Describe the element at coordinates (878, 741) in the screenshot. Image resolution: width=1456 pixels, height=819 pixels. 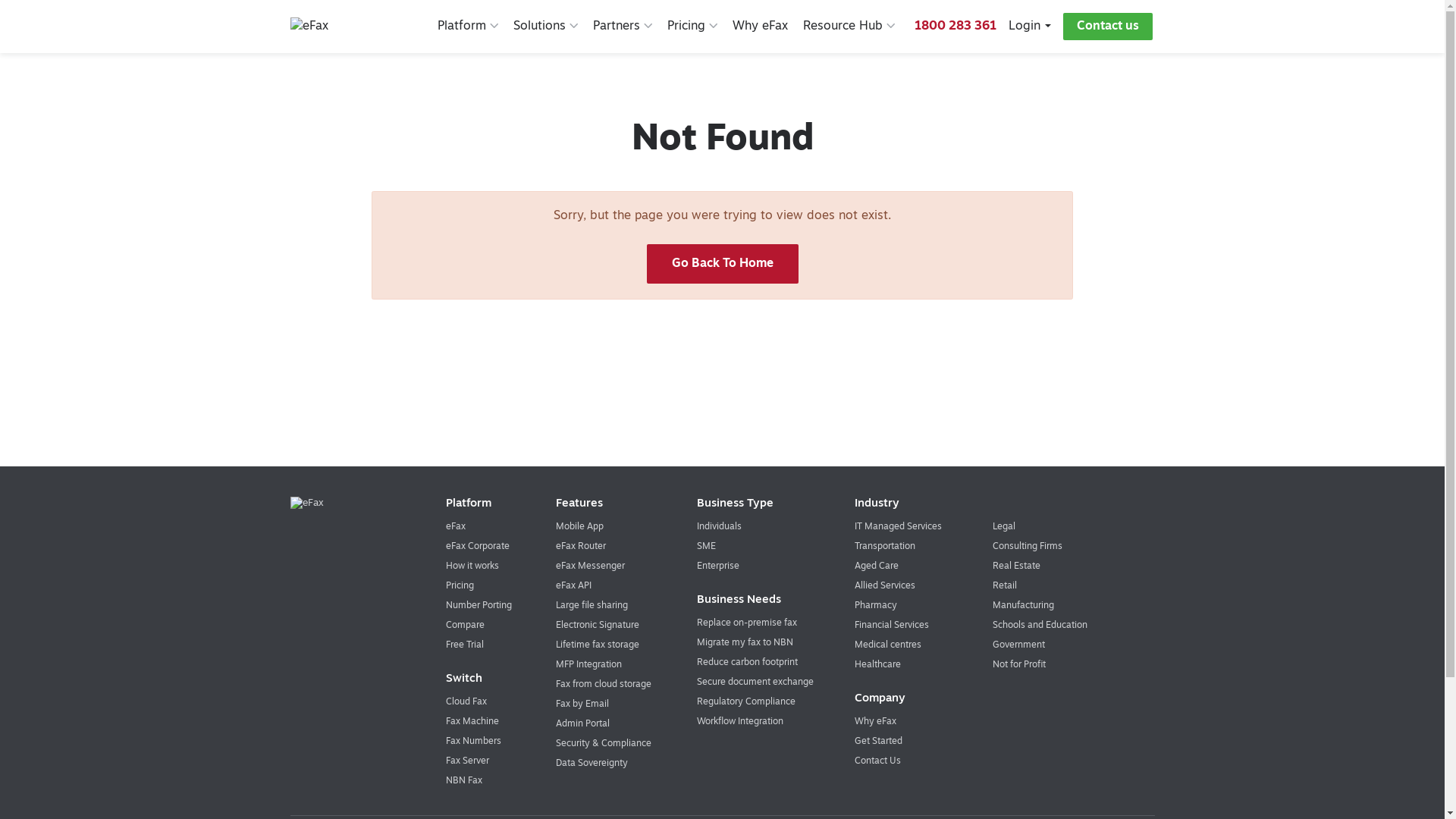
I see `'Get Started'` at that location.